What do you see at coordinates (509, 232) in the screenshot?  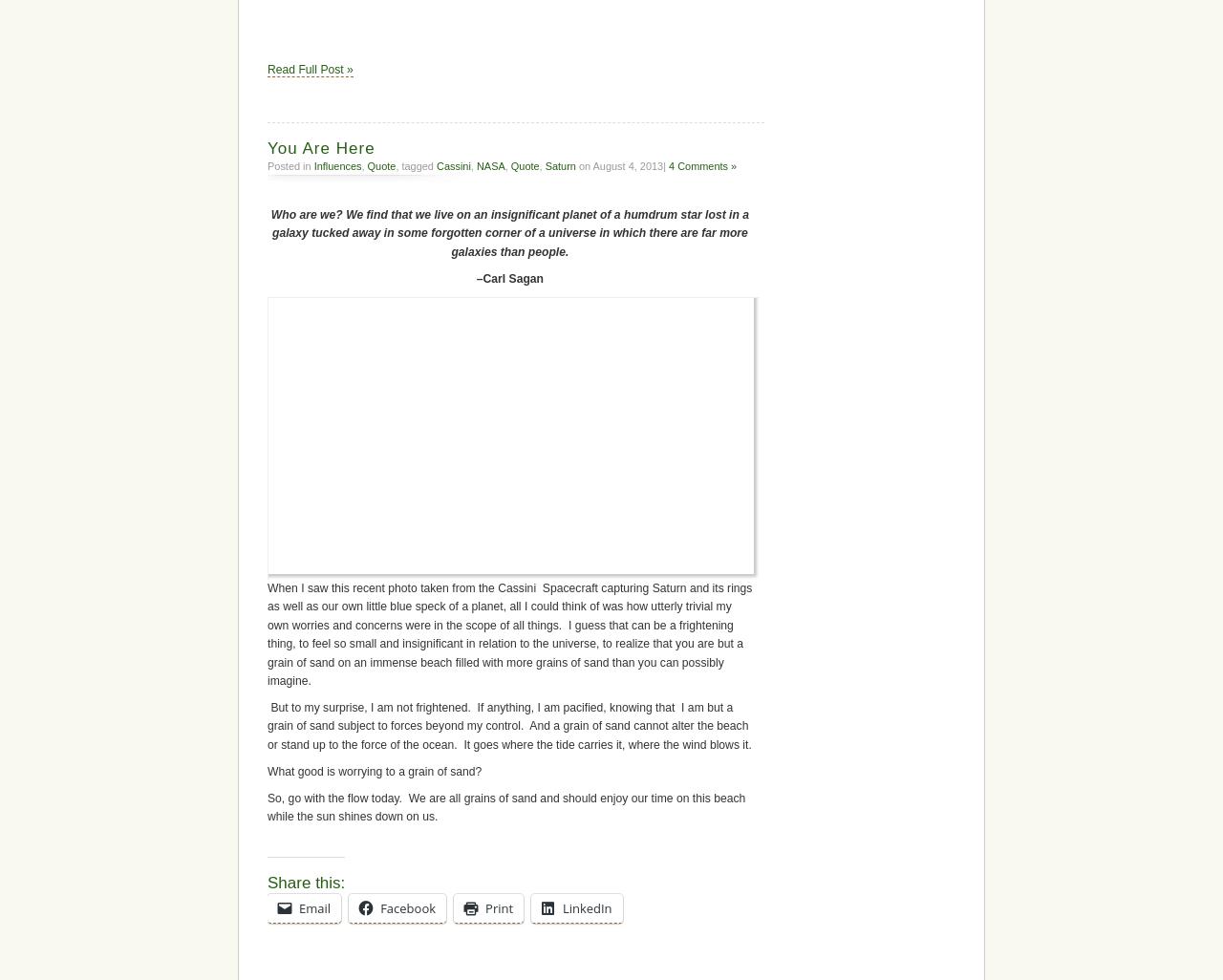 I see `'Who are we? We find that we live on an insignificant planet of a humdrum star lost in a galaxy tucked away in some forgotten corner of a universe in which there are far more galaxies than people.'` at bounding box center [509, 232].